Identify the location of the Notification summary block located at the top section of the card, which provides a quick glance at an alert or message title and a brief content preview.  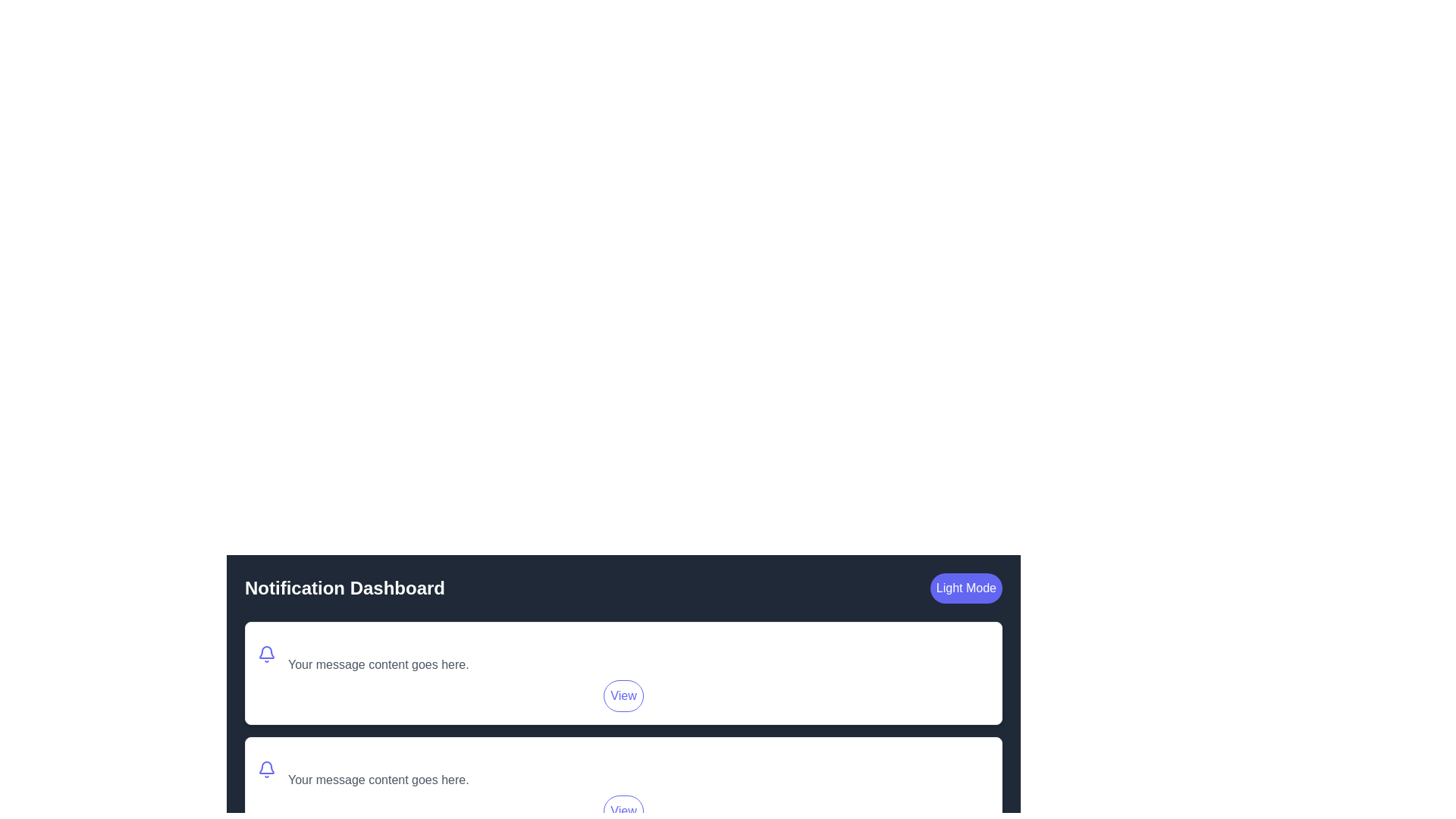
(623, 769).